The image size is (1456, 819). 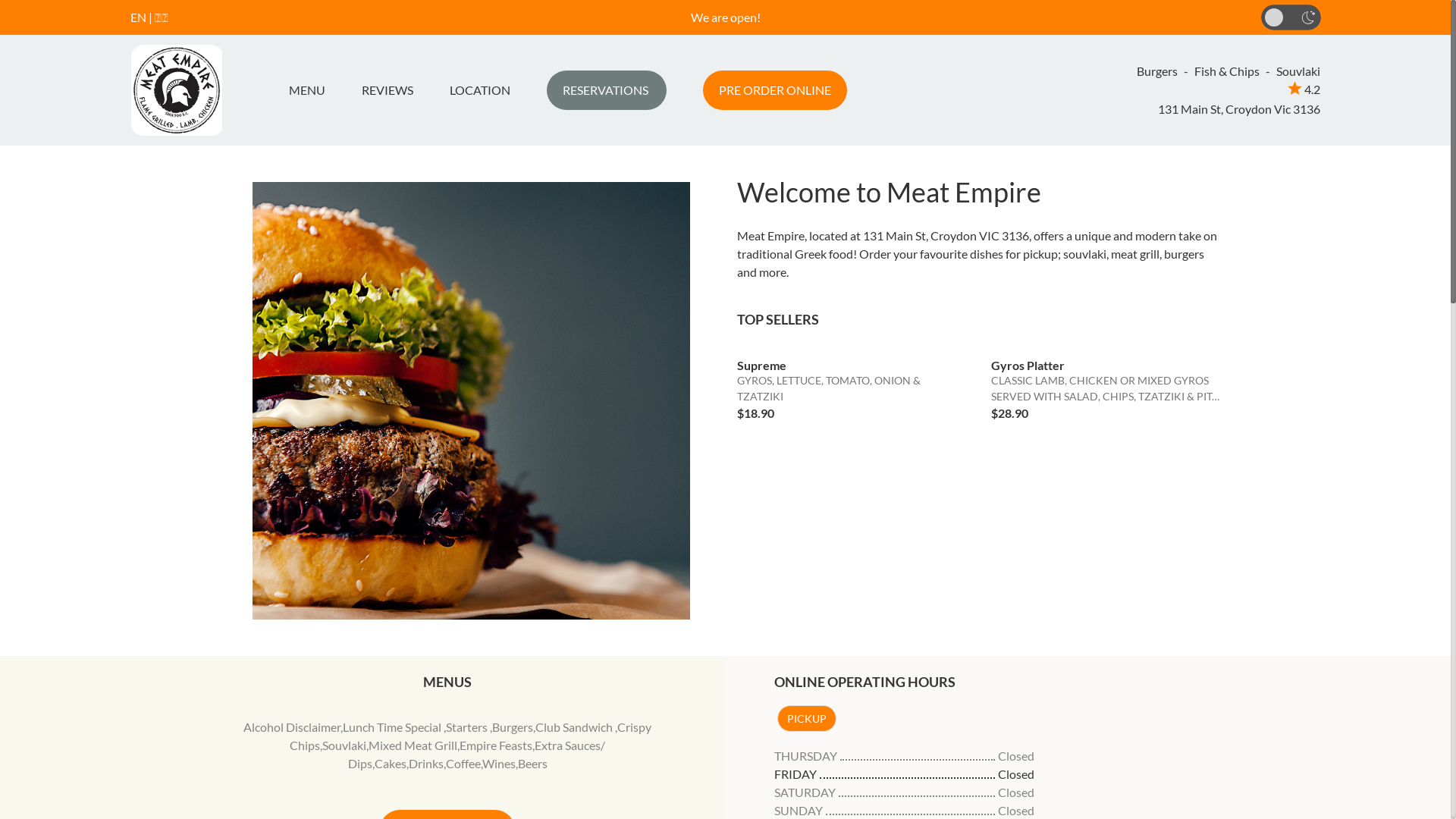 What do you see at coordinates (138, 17) in the screenshot?
I see `'EN'` at bounding box center [138, 17].